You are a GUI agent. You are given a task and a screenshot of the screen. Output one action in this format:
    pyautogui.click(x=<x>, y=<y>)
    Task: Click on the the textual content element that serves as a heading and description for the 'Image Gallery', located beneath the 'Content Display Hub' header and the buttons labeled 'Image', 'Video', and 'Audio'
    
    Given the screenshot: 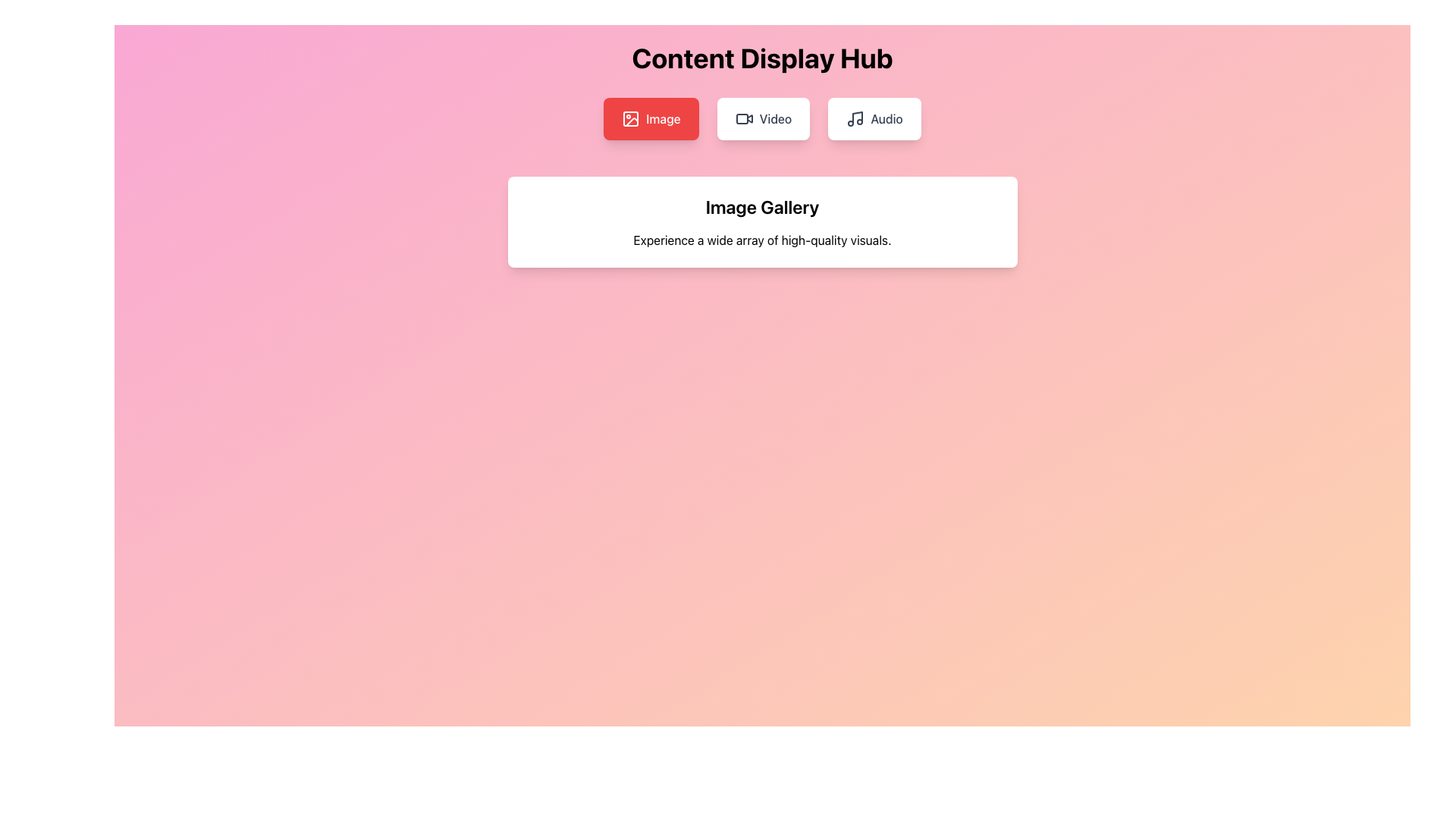 What is the action you would take?
    pyautogui.click(x=762, y=222)
    